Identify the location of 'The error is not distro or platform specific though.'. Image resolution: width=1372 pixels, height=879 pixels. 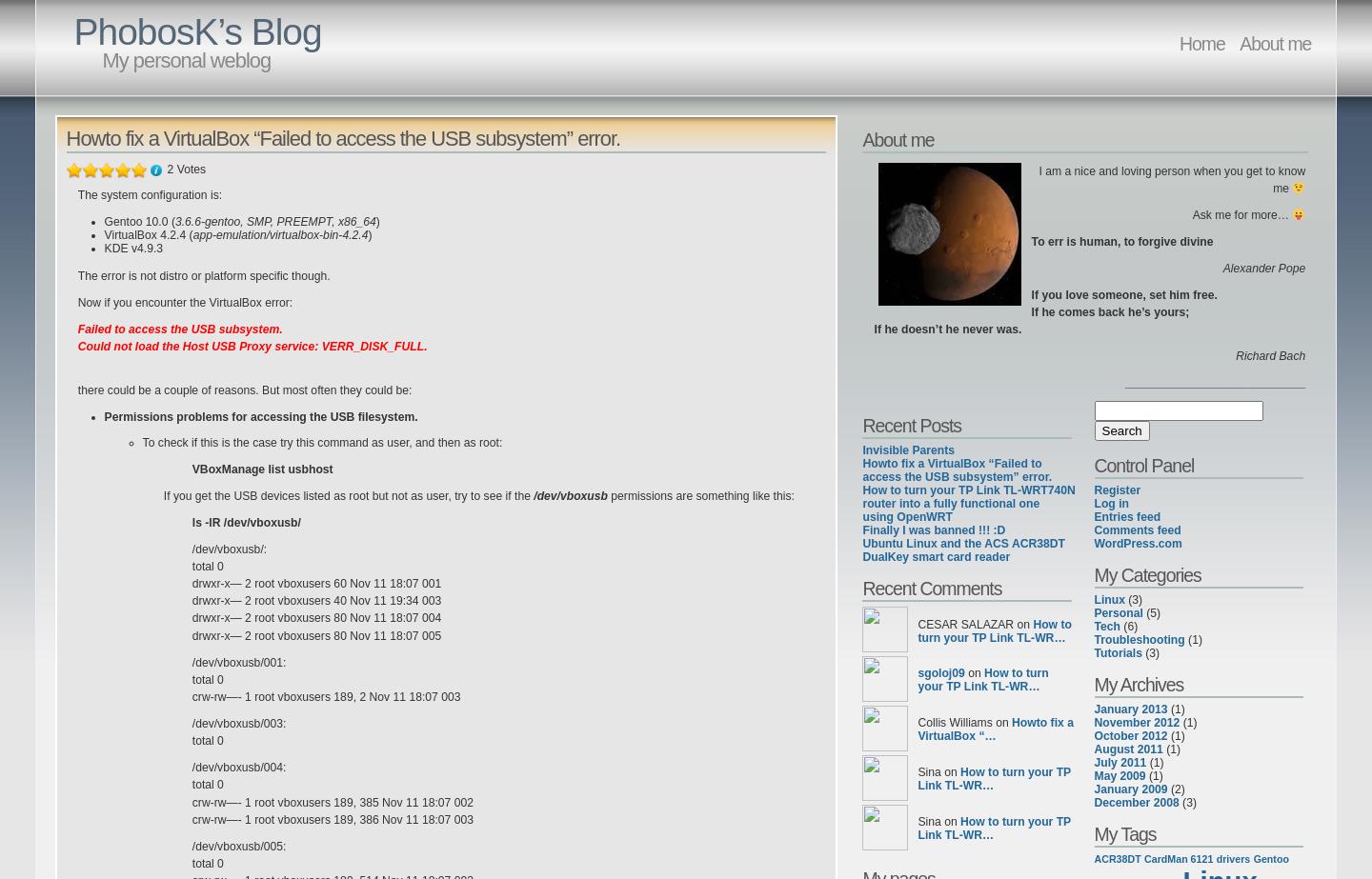
(77, 274).